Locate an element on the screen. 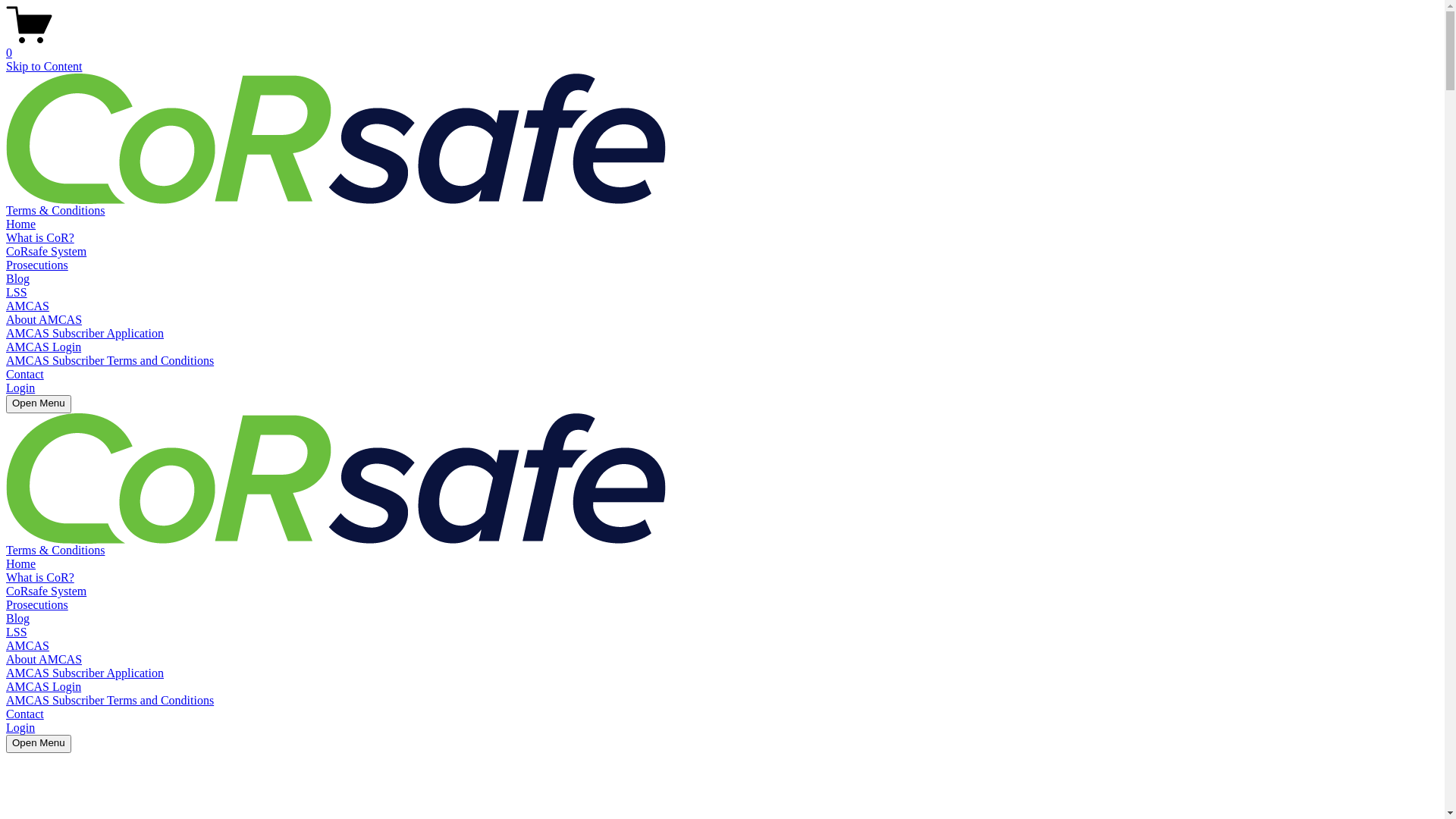  'Contact' is located at coordinates (25, 374).